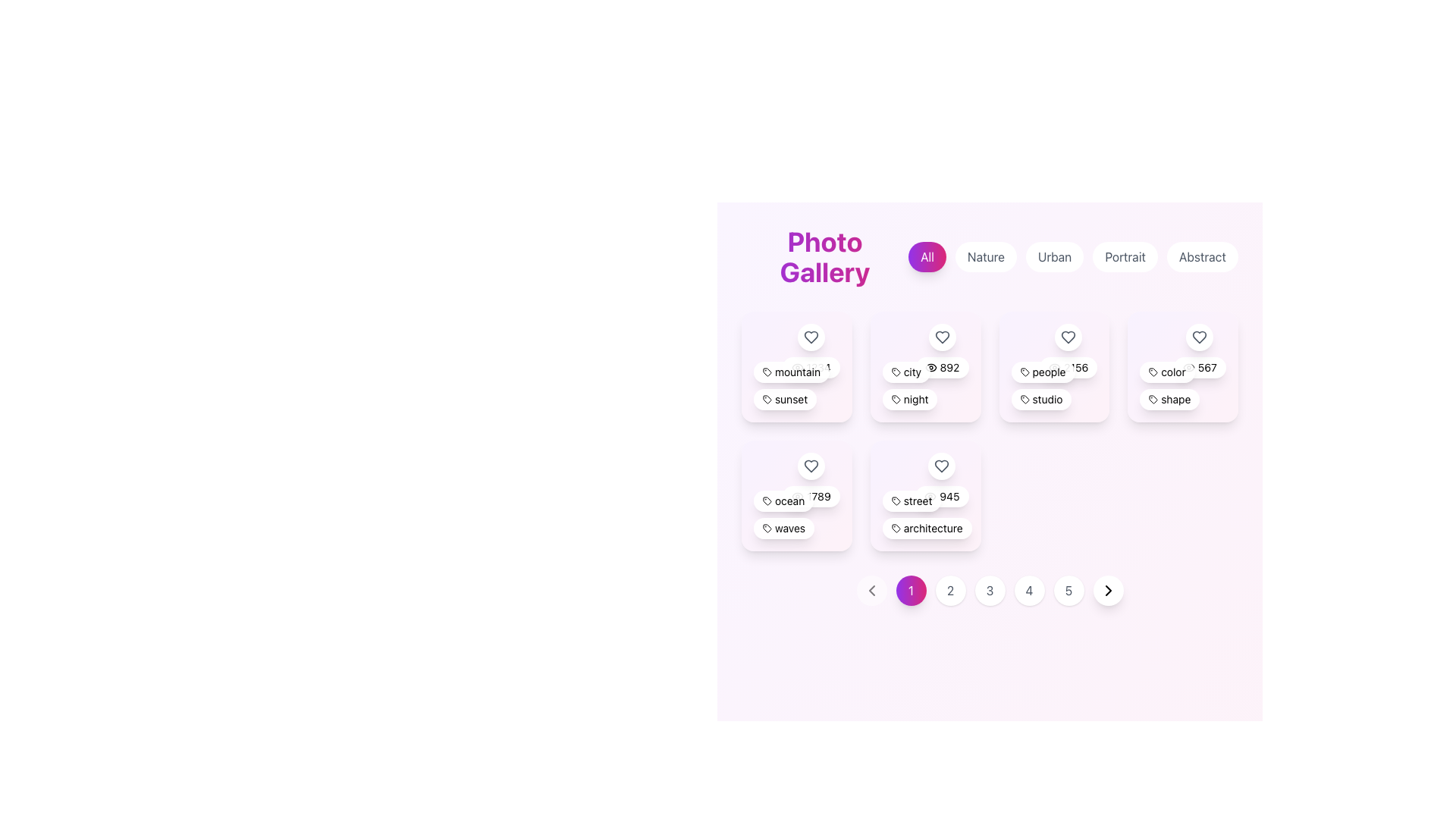 Image resolution: width=1456 pixels, height=819 pixels. I want to click on the 'street' and 'architecture' card located in the bottom row of the gallery, which is the third item from the left, so click(924, 495).